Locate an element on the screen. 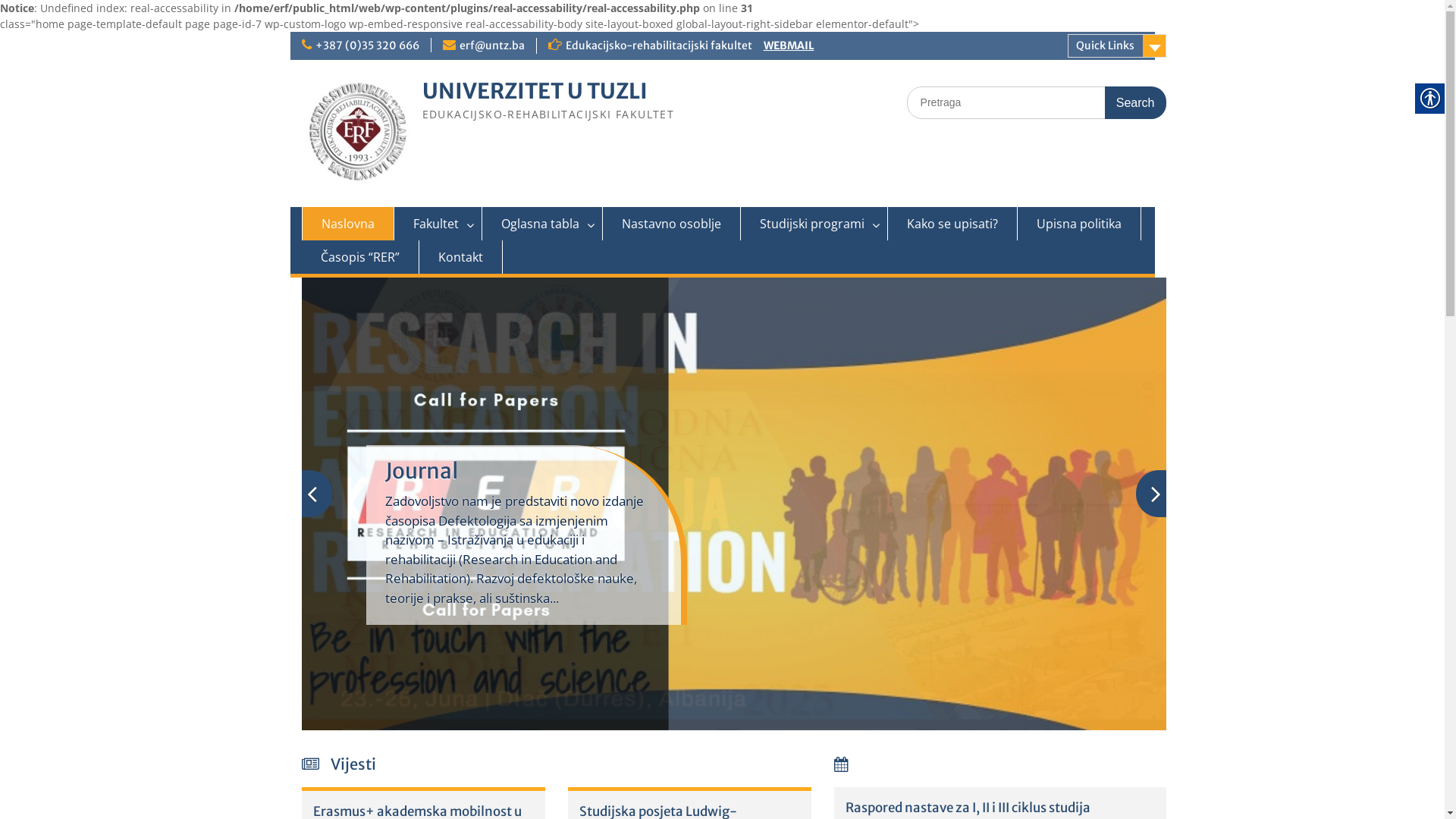 Image resolution: width=1456 pixels, height=819 pixels. 'Quick Links' is located at coordinates (1117, 45).